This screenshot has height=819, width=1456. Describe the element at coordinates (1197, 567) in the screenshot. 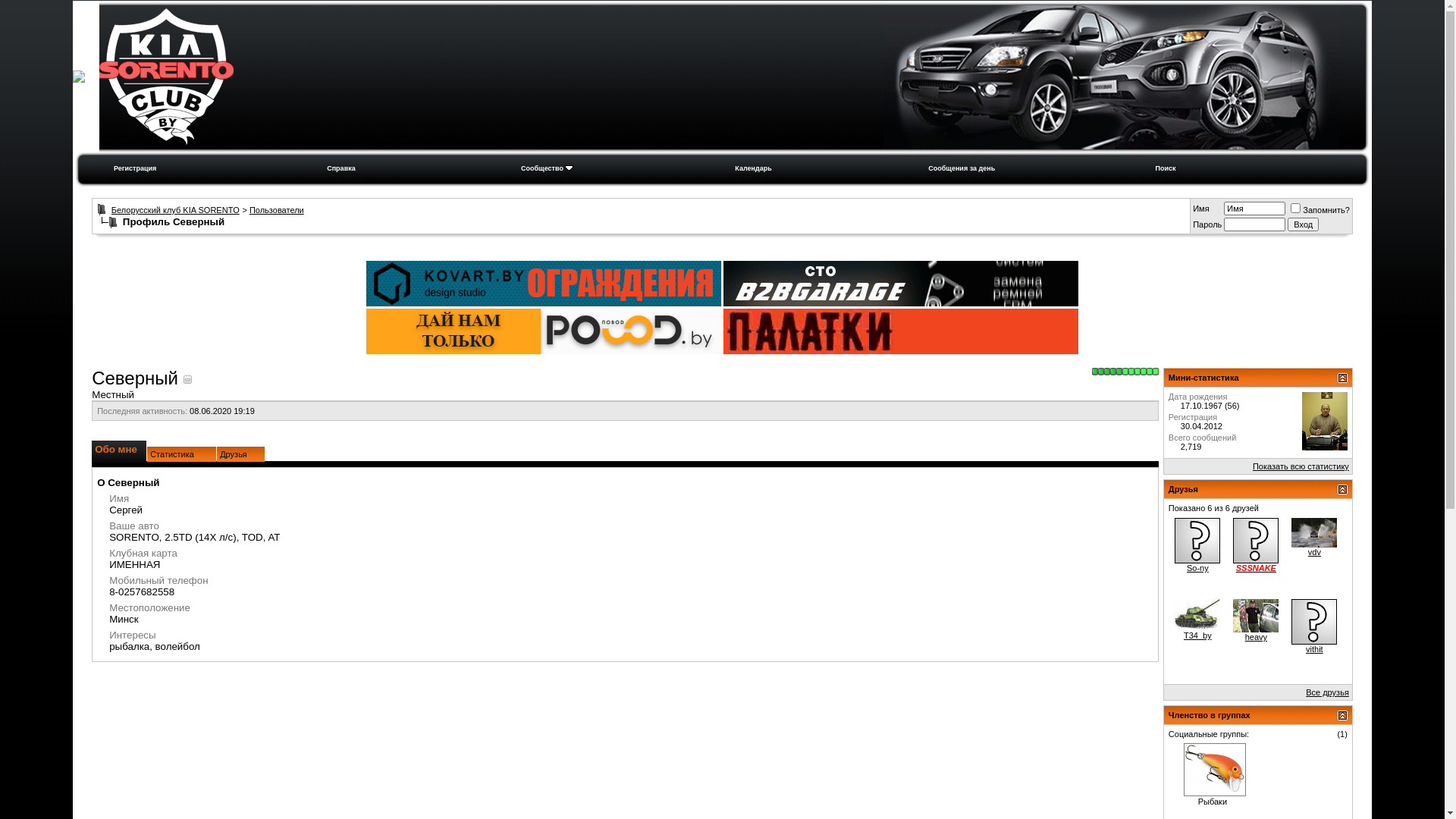

I see `'So-ny'` at that location.